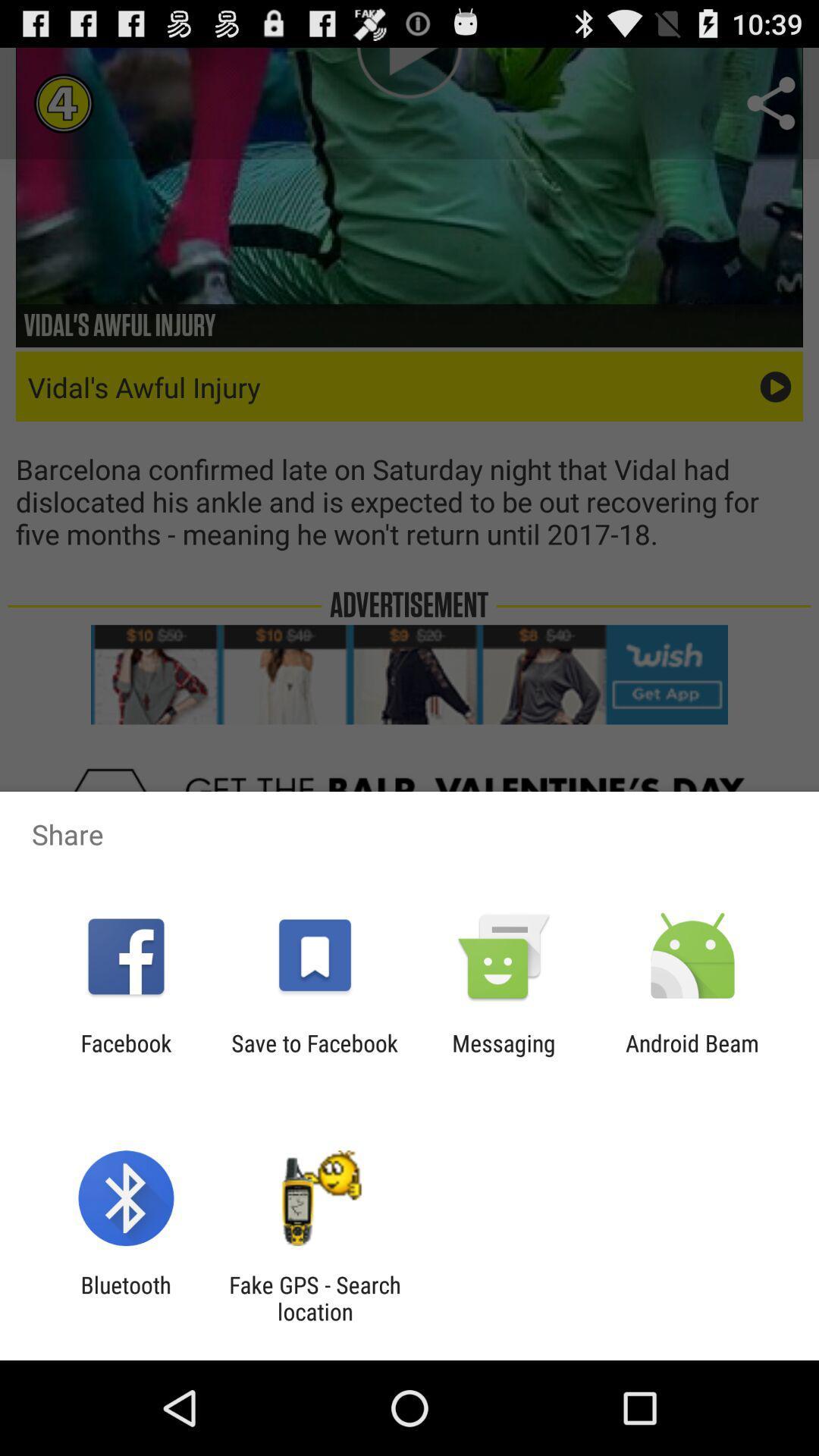 The width and height of the screenshot is (819, 1456). What do you see at coordinates (692, 1056) in the screenshot?
I see `item to the right of the messaging app` at bounding box center [692, 1056].